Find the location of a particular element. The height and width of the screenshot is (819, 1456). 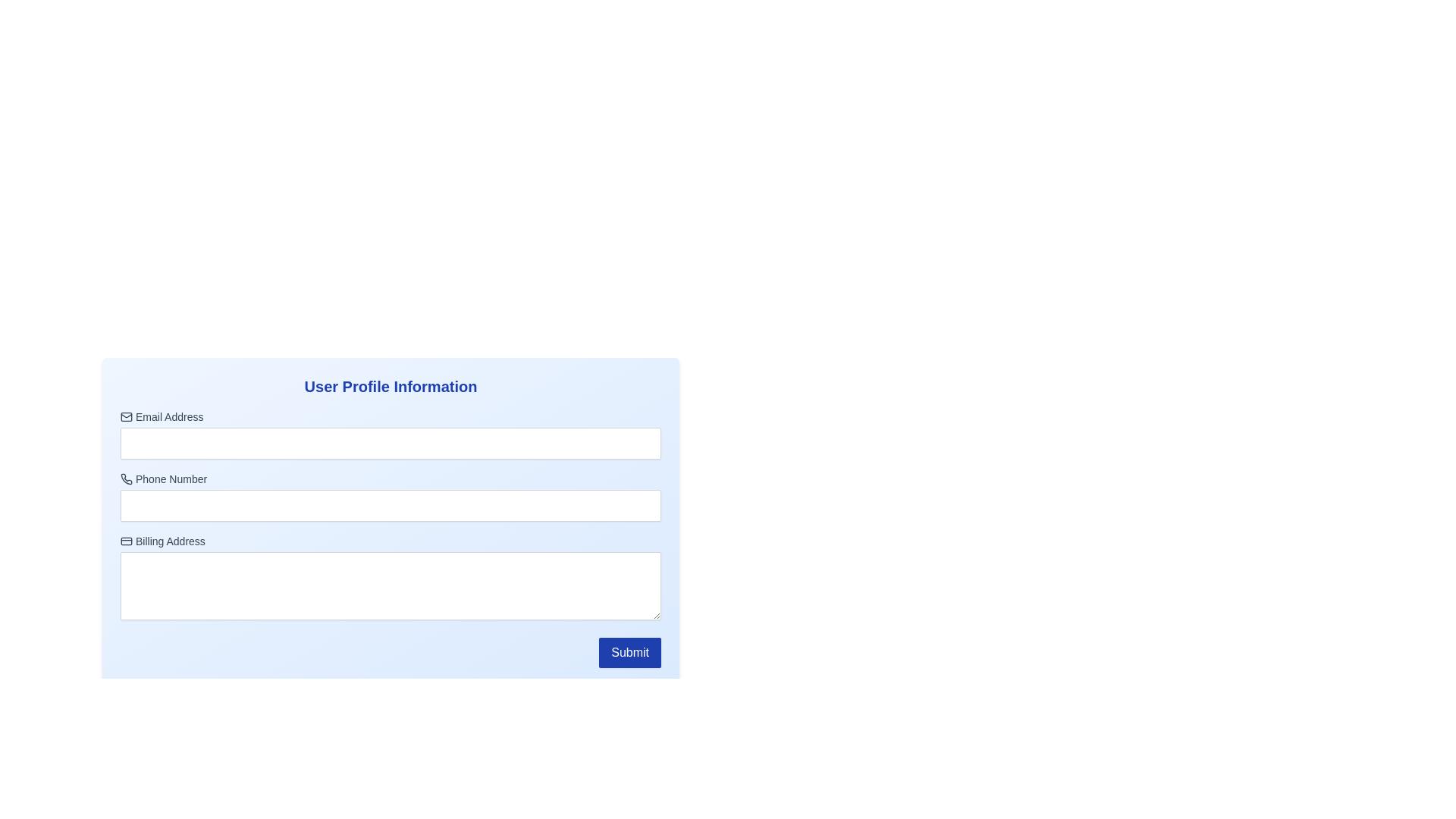

the credit card SVG icon located at the beginning of the 'Billing Address' line, which has a rectangular outline with rounded corners and a horizontal line inside is located at coordinates (127, 540).